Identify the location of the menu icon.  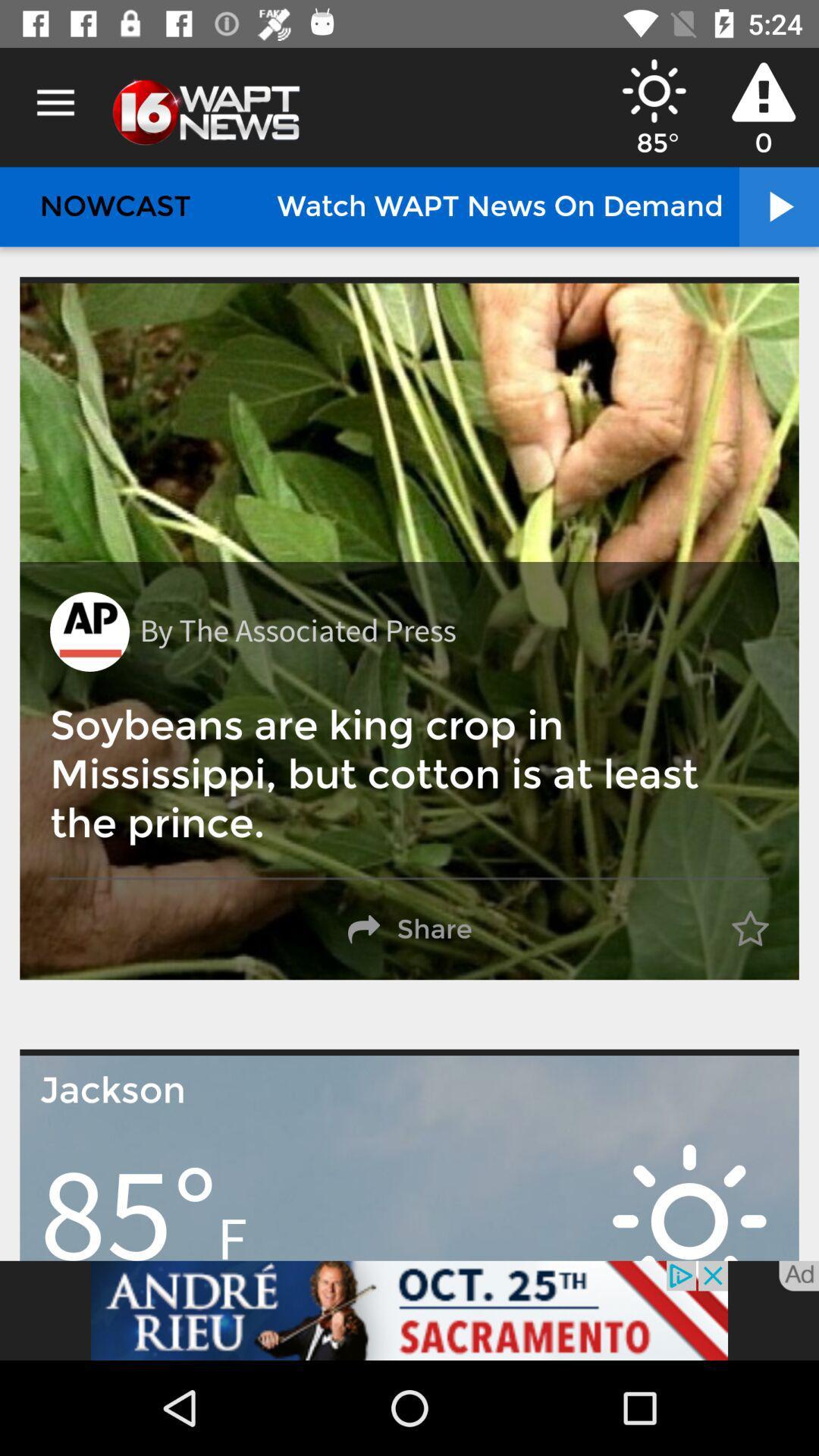
(55, 102).